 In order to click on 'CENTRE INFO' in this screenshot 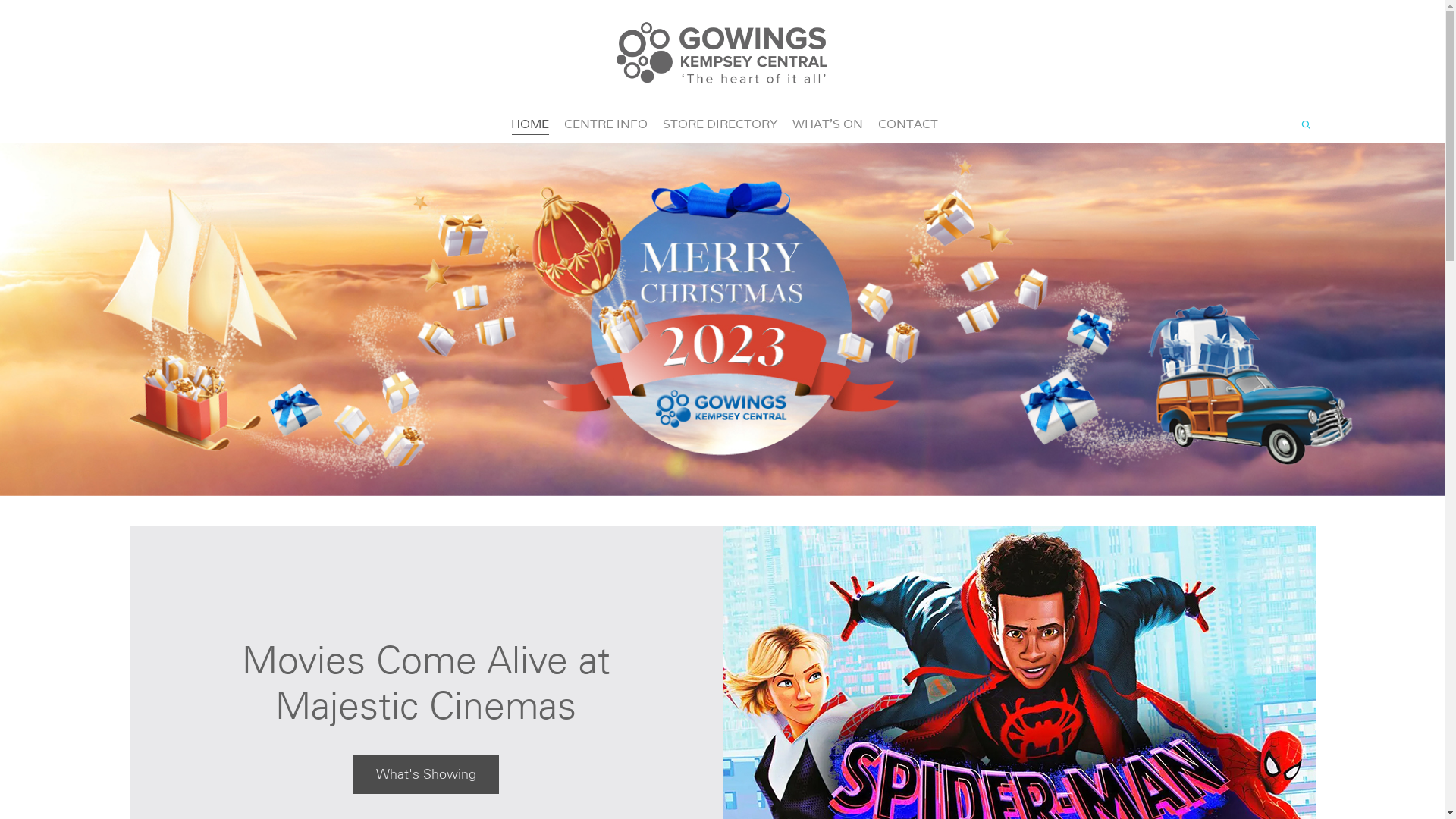, I will do `click(604, 124)`.